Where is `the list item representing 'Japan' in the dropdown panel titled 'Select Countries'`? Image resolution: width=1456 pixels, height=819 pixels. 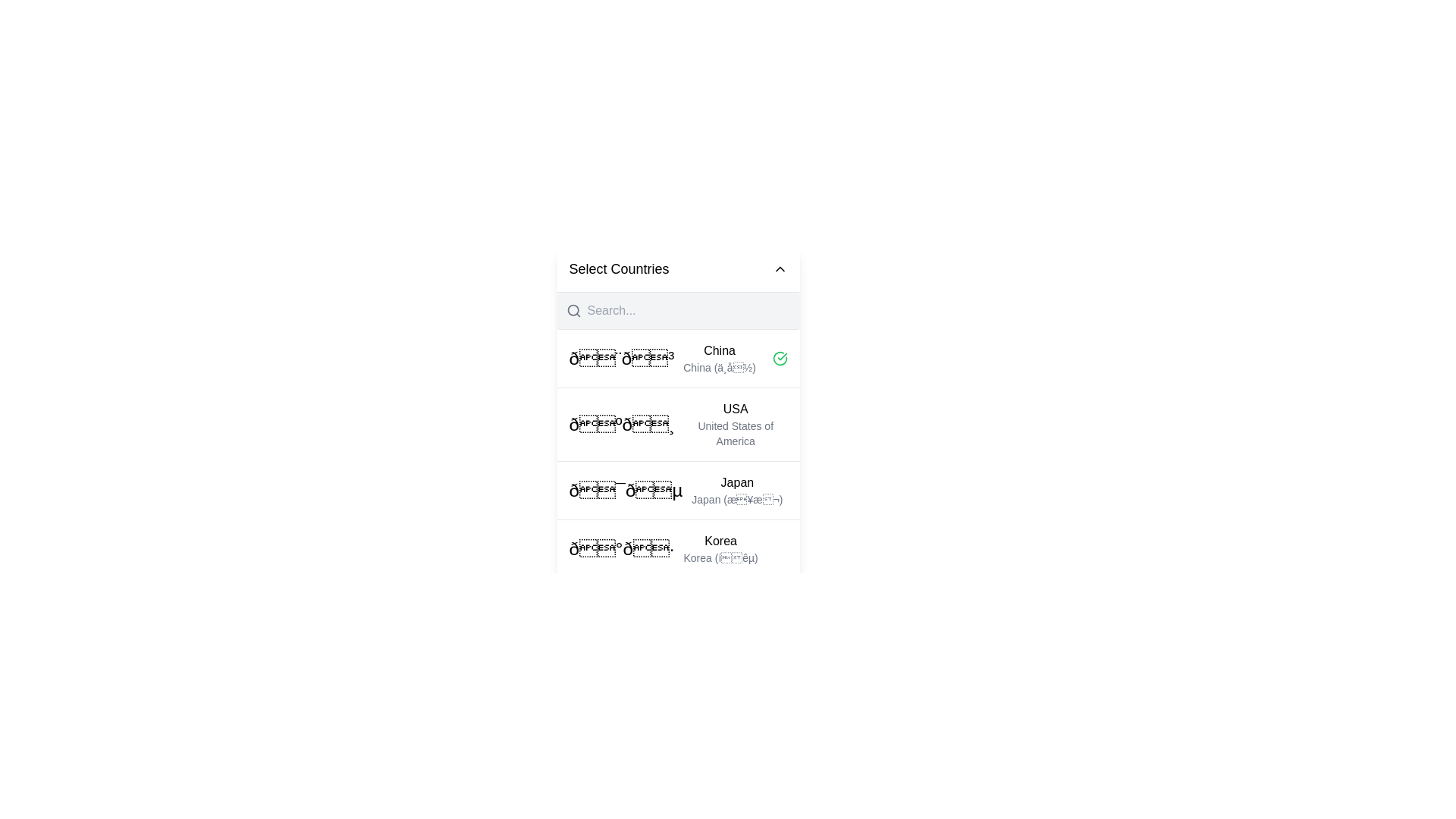 the list item representing 'Japan' in the dropdown panel titled 'Select Countries' is located at coordinates (677, 485).